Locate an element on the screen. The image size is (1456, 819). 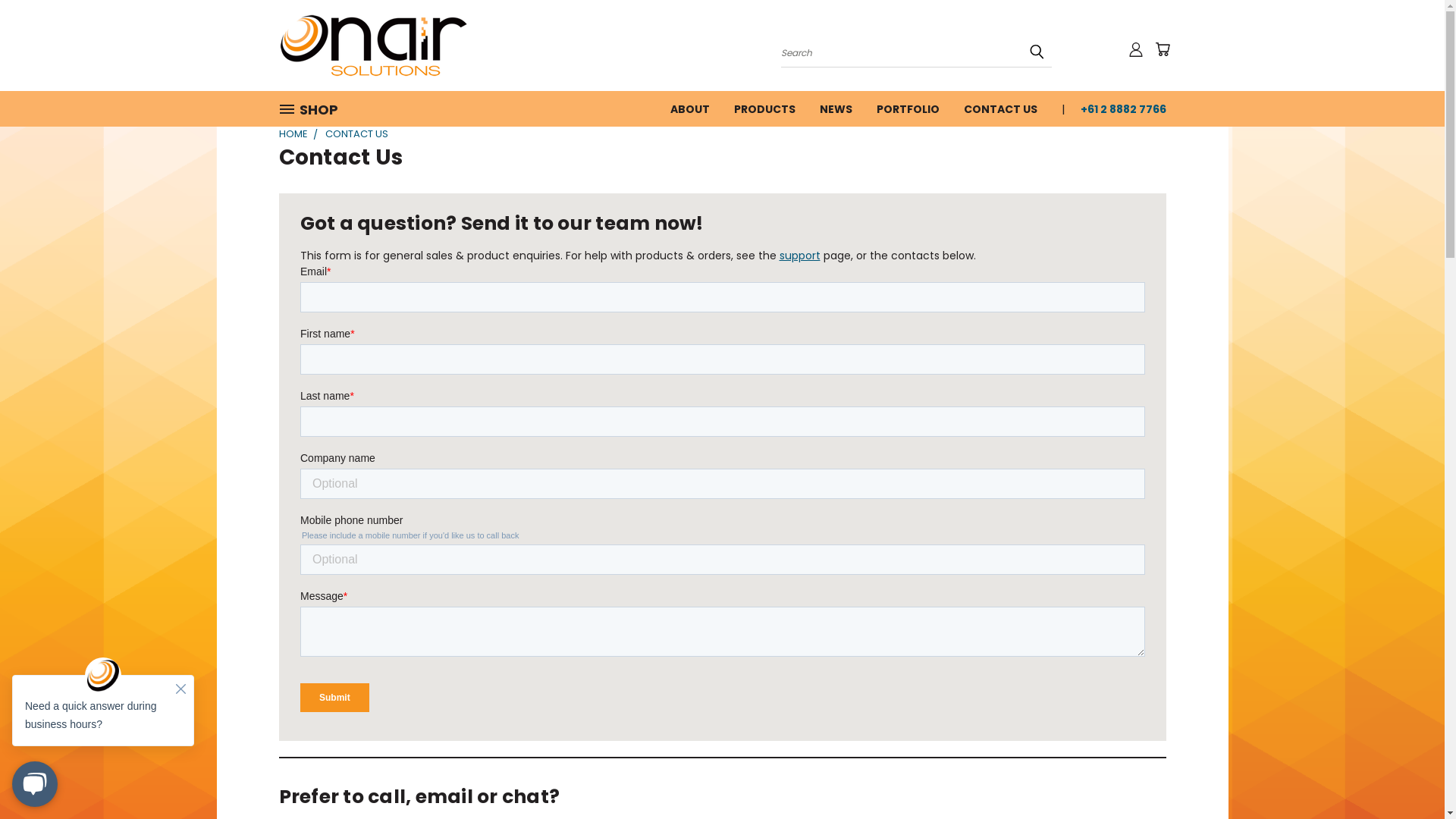
'CONTACT US' is located at coordinates (949, 107).